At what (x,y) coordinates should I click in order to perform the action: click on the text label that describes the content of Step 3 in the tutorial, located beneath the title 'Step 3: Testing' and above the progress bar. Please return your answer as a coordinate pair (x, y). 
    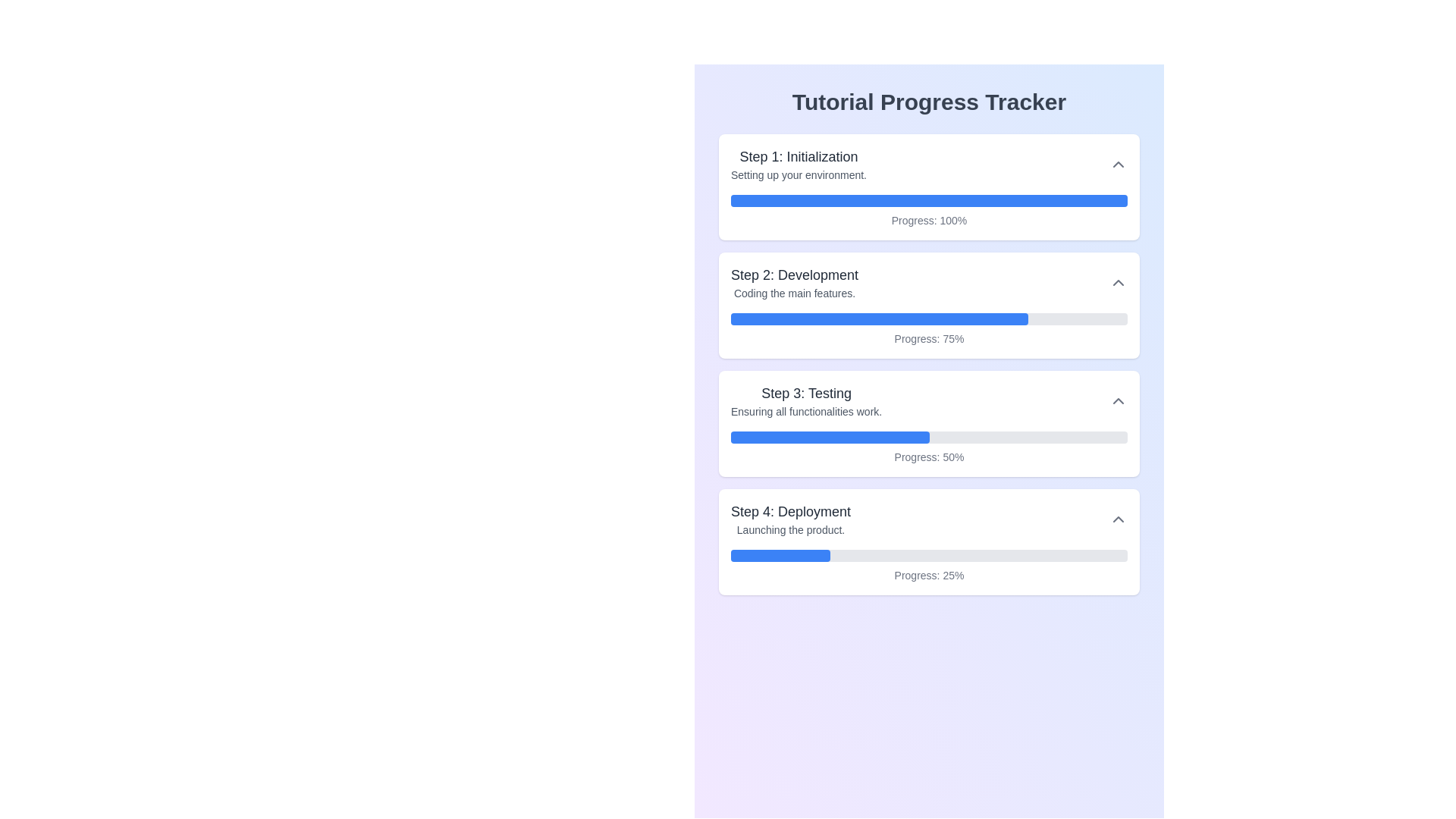
    Looking at the image, I should click on (805, 412).